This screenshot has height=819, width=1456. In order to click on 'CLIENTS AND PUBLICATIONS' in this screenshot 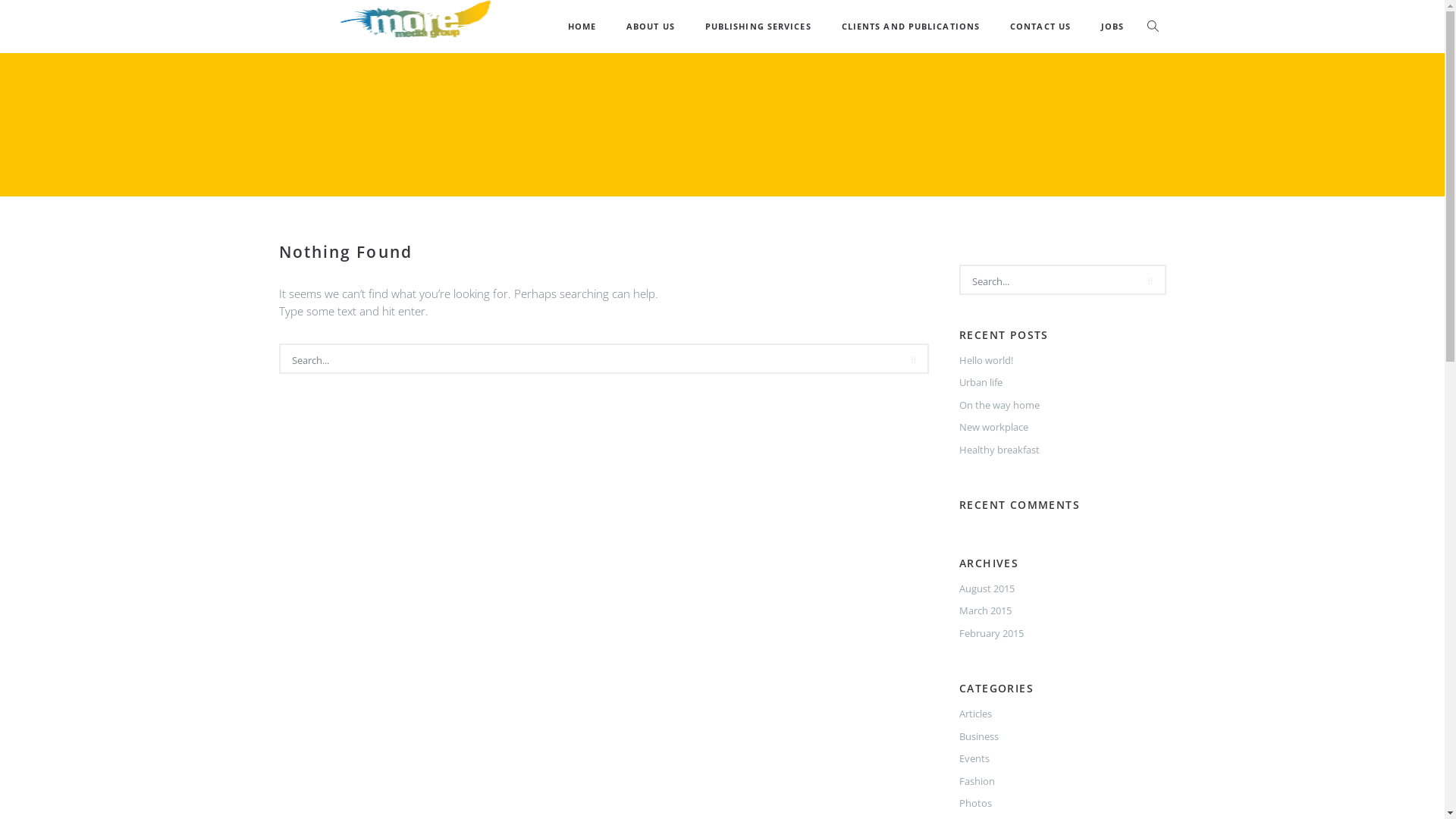, I will do `click(910, 26)`.